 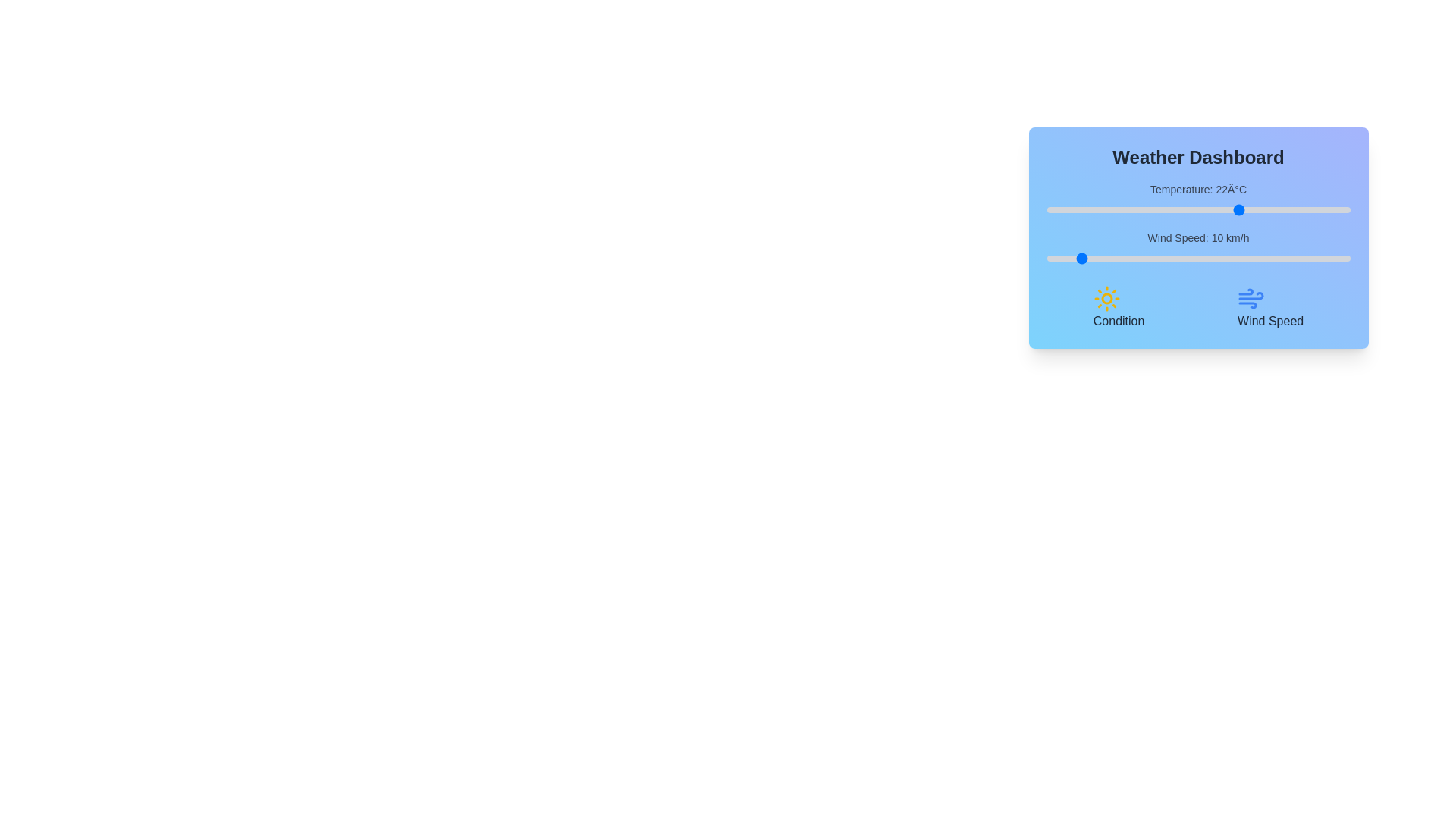 What do you see at coordinates (1119, 210) in the screenshot?
I see `the temperature slider to set the temperature to 2°C` at bounding box center [1119, 210].